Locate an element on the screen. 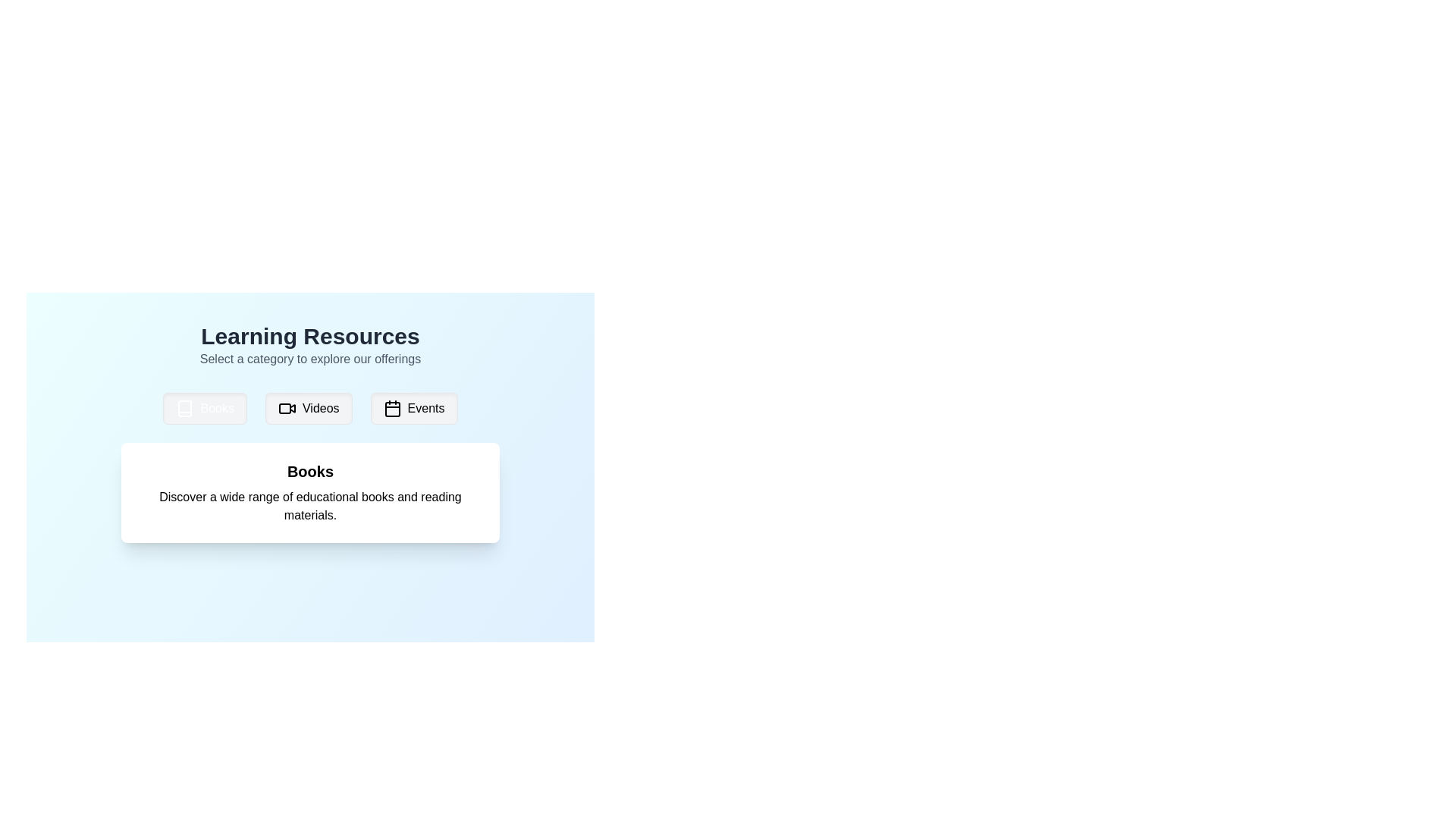 This screenshot has width=1456, height=819. the 'Events' button, which is the third button from the left in the 'Learning Resources' section, to activate hover-related effects is located at coordinates (414, 408).